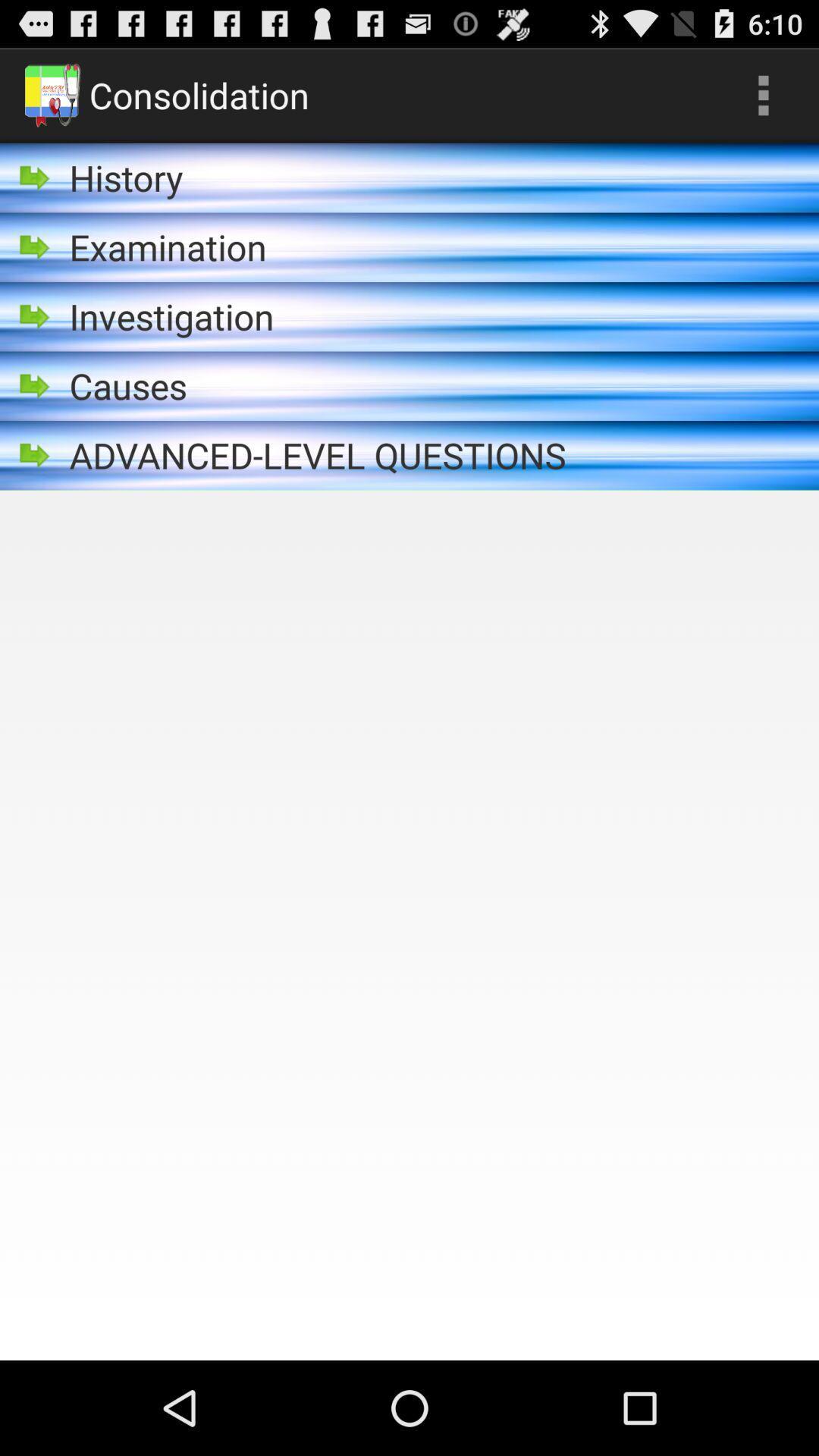 Image resolution: width=819 pixels, height=1456 pixels. Describe the element at coordinates (763, 94) in the screenshot. I see `the icon at the top right corner` at that location.